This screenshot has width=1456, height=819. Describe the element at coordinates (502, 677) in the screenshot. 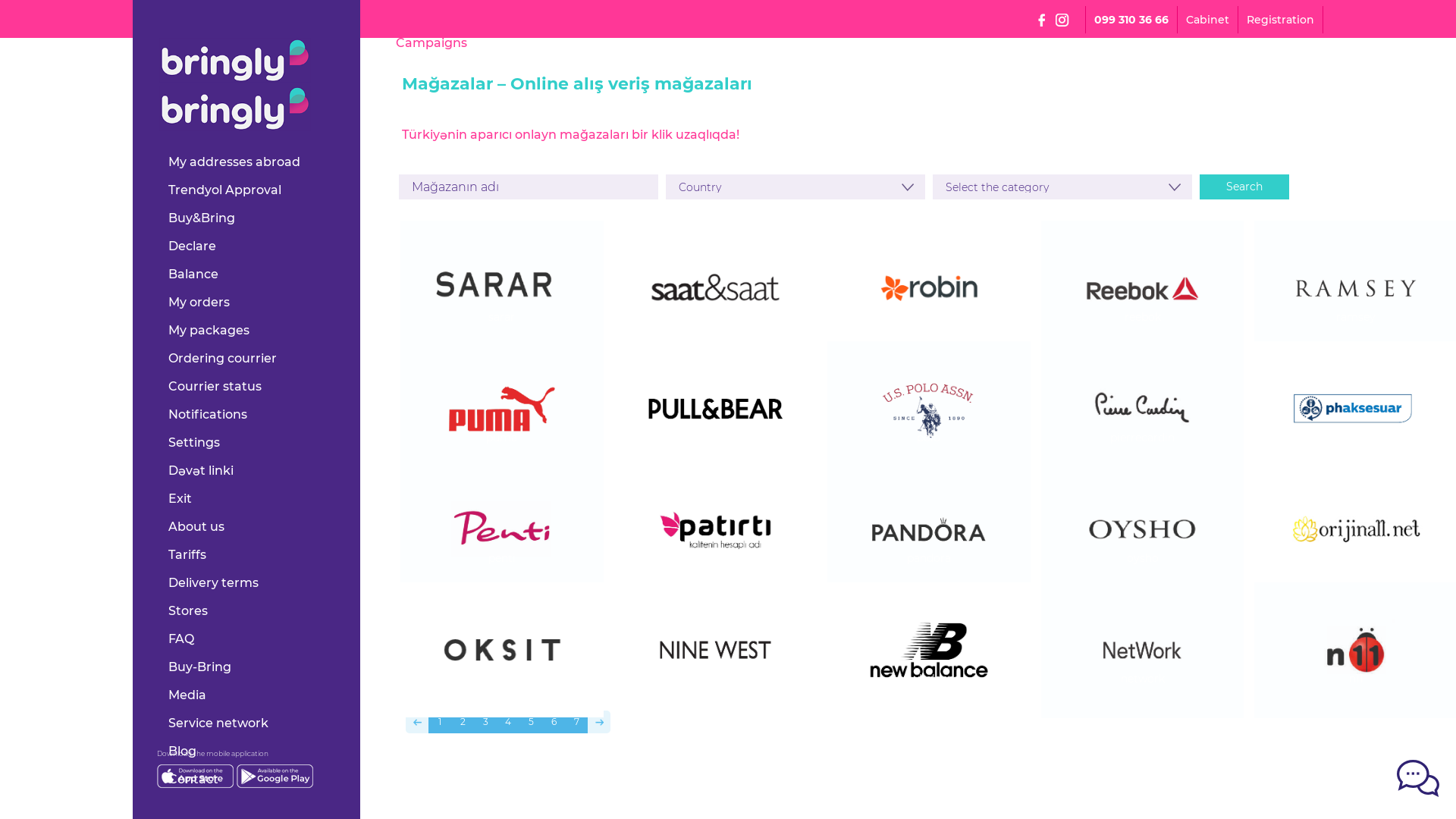

I see `'oksit'` at that location.